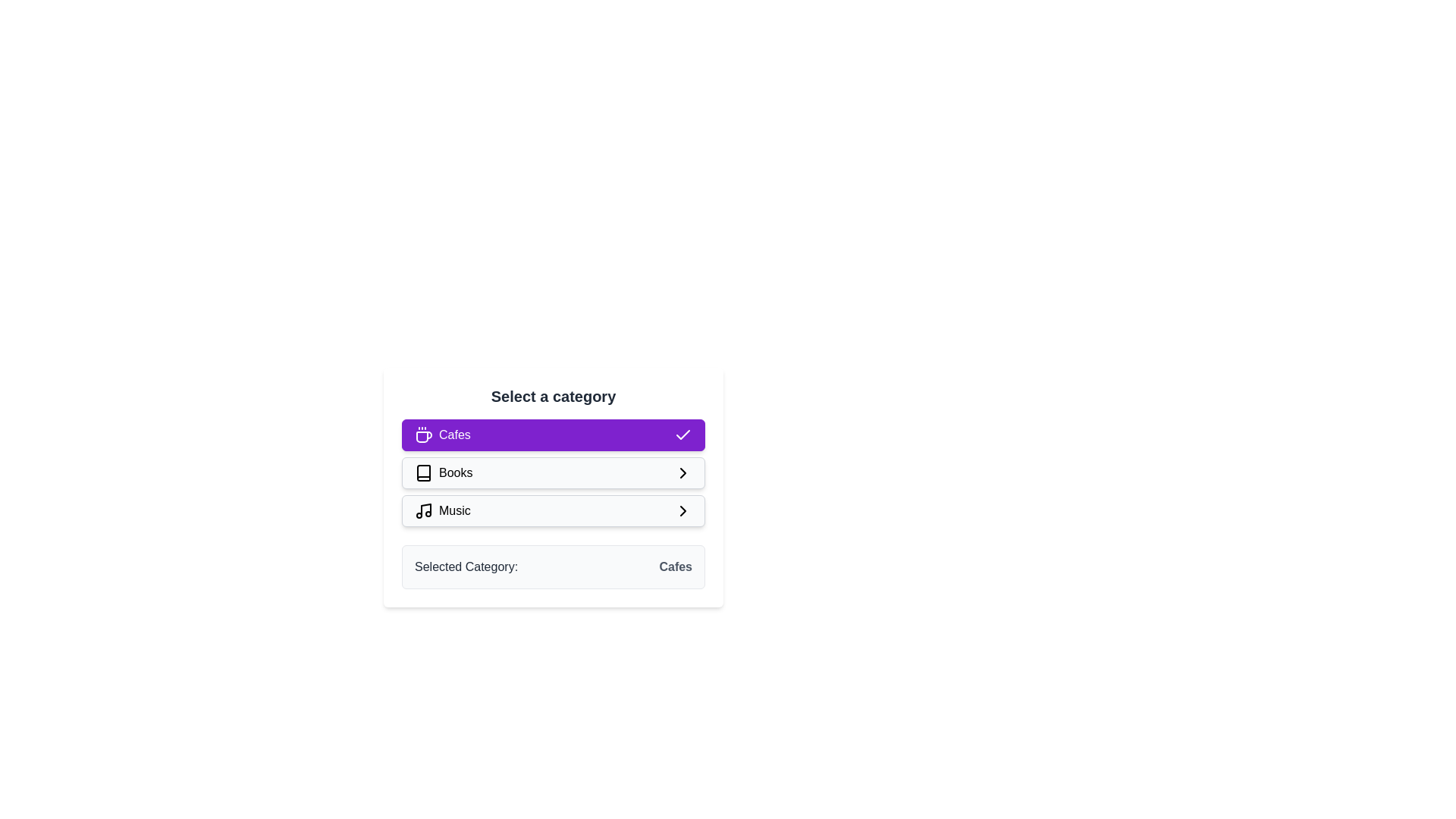  What do you see at coordinates (443, 472) in the screenshot?
I see `the list item element that allows users to select the category labeled 'Books', which is the second item in the vertical list of options` at bounding box center [443, 472].